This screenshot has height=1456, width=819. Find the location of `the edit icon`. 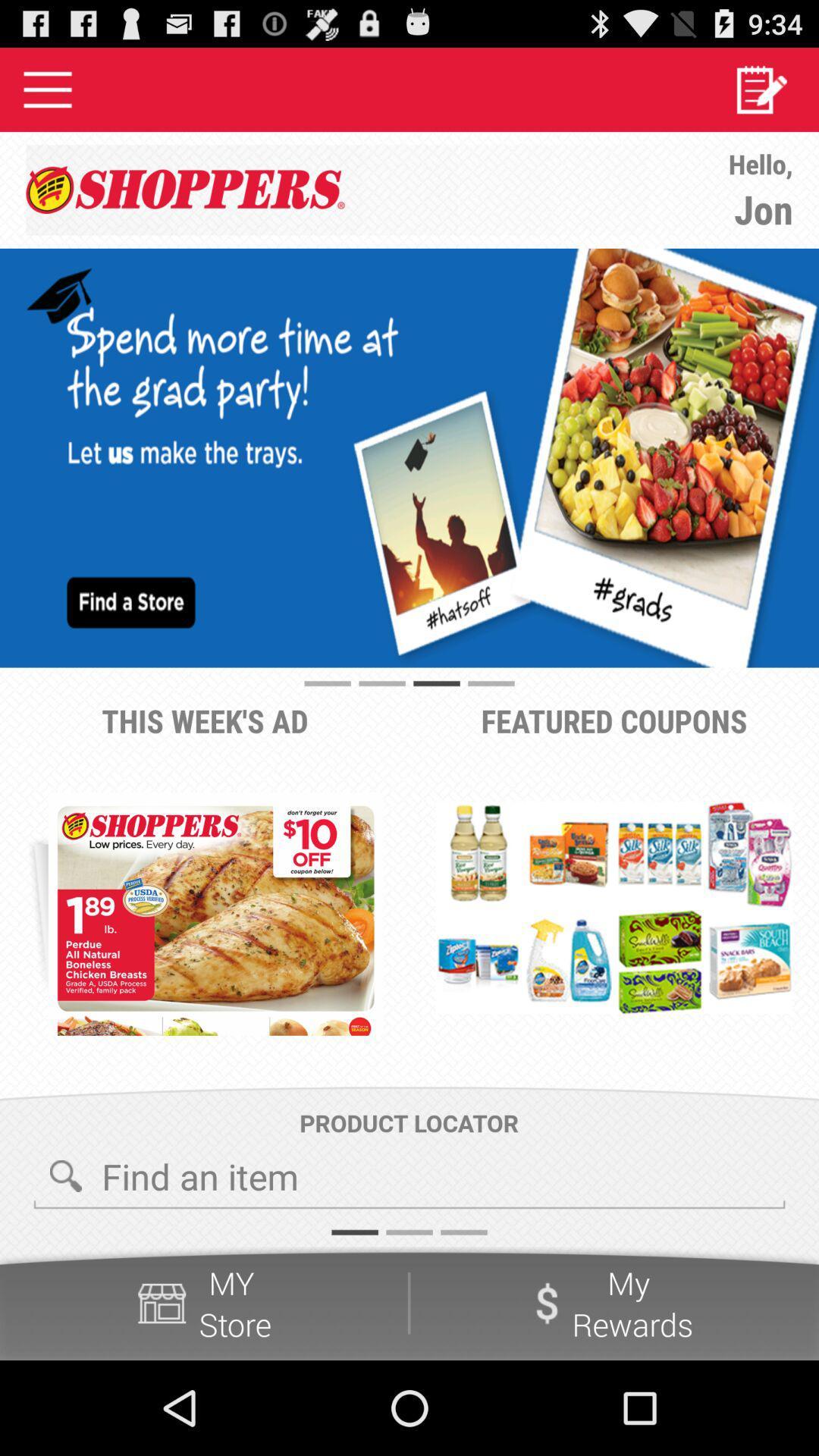

the edit icon is located at coordinates (761, 95).